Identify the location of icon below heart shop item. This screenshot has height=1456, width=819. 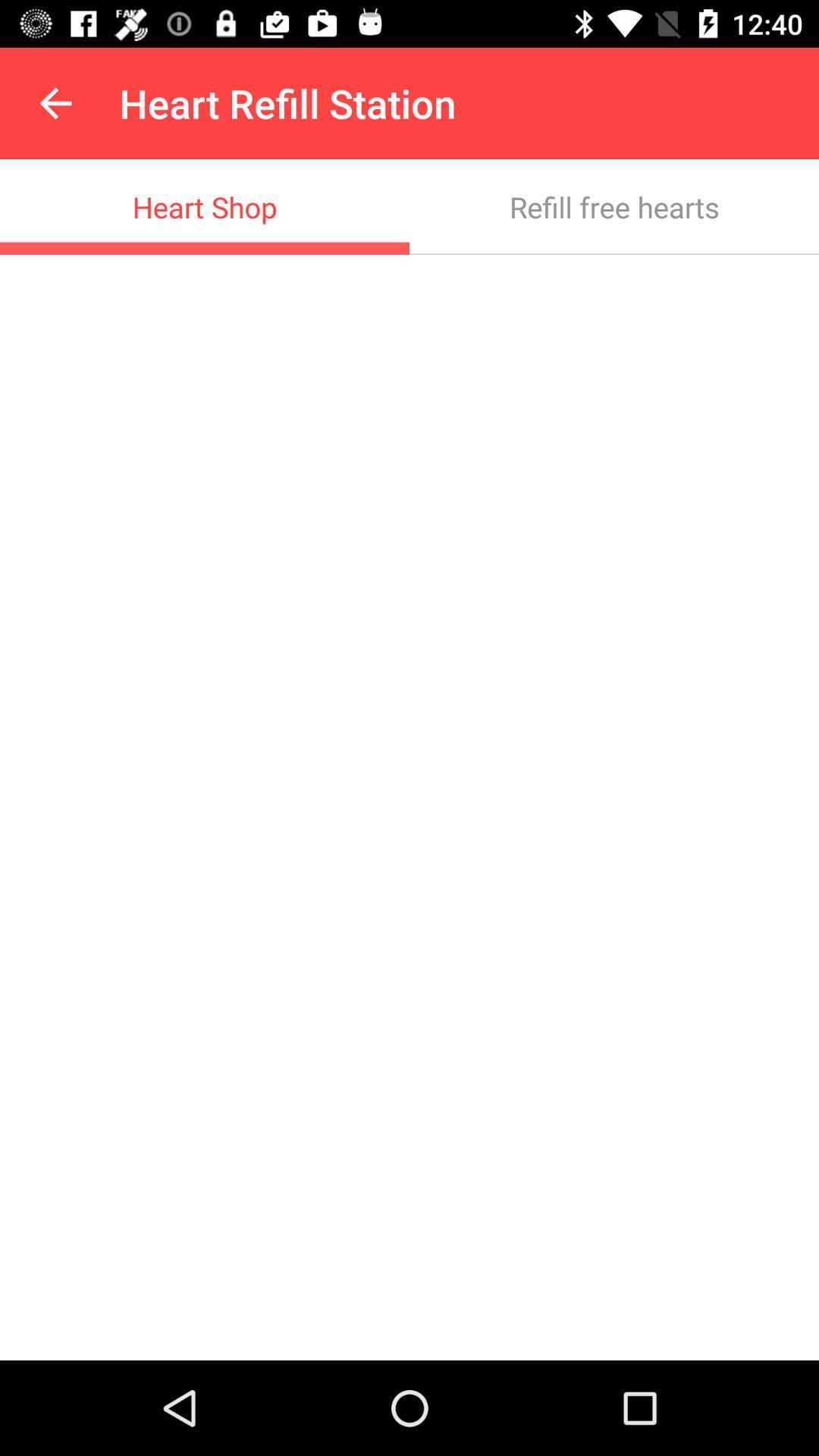
(409, 807).